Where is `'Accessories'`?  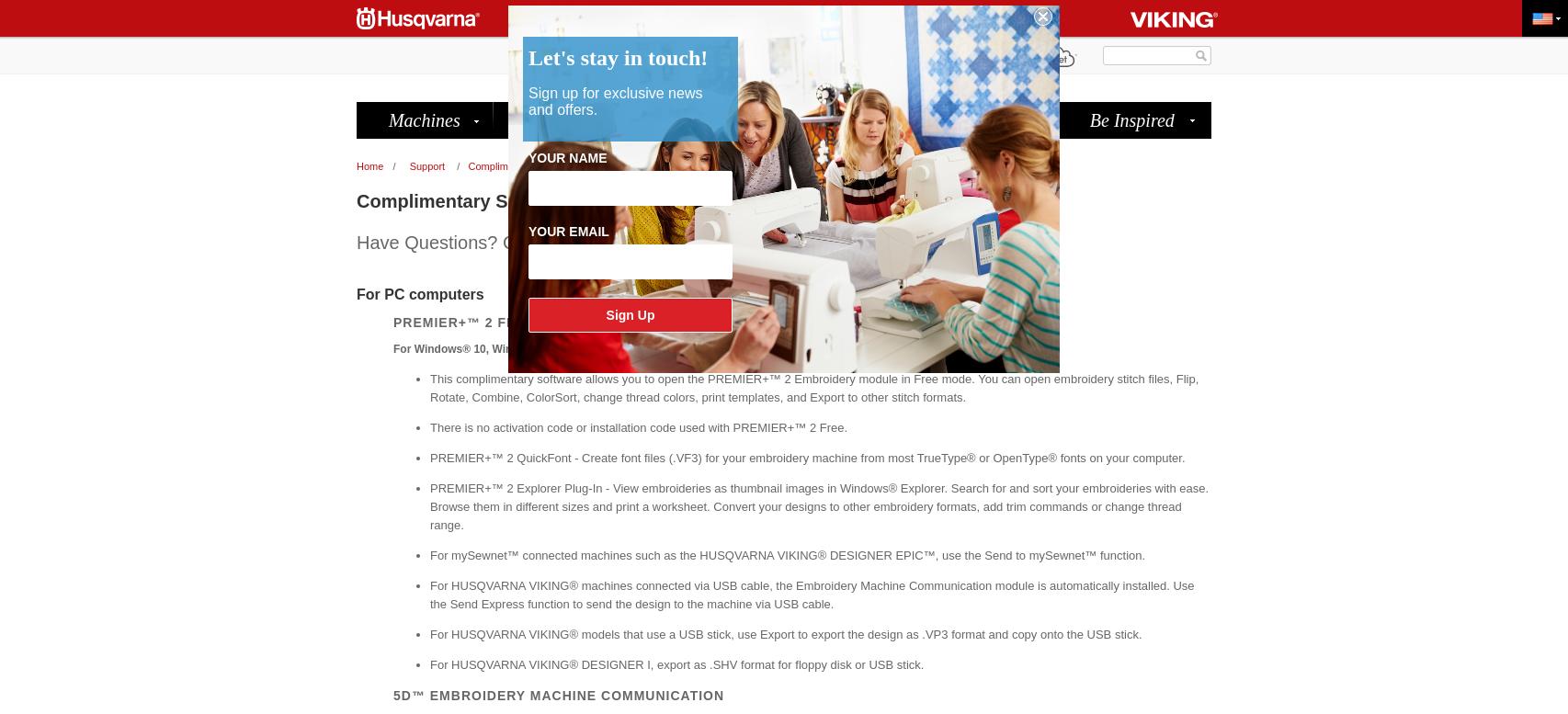 'Accessories' is located at coordinates (573, 120).